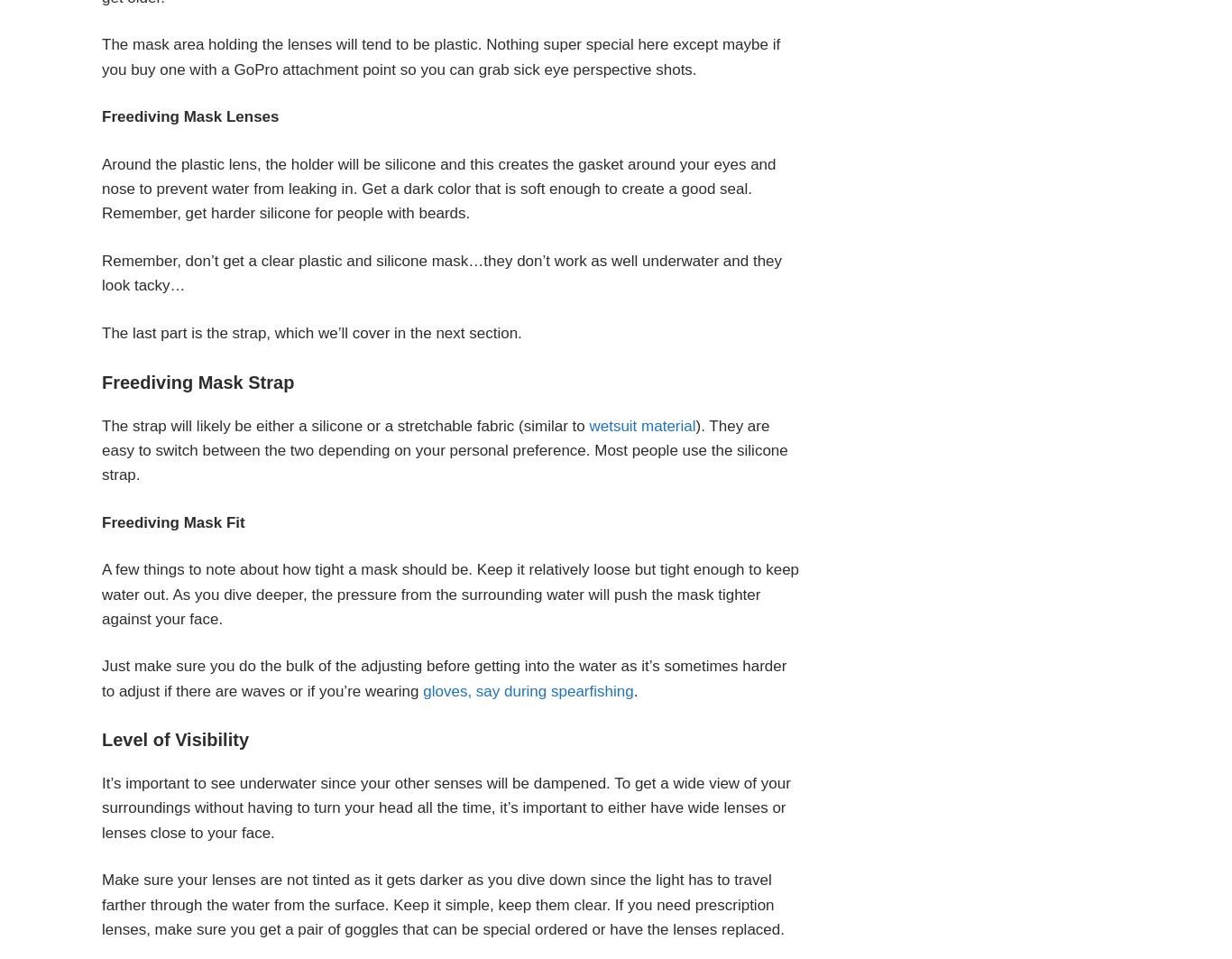  What do you see at coordinates (441, 57) in the screenshot?
I see `'The mask area holding the lenses will tend to be plastic. Nothing super special here except maybe if you buy one with a GoPro attachment point so you can grab sick eye perspective shots.'` at bounding box center [441, 57].